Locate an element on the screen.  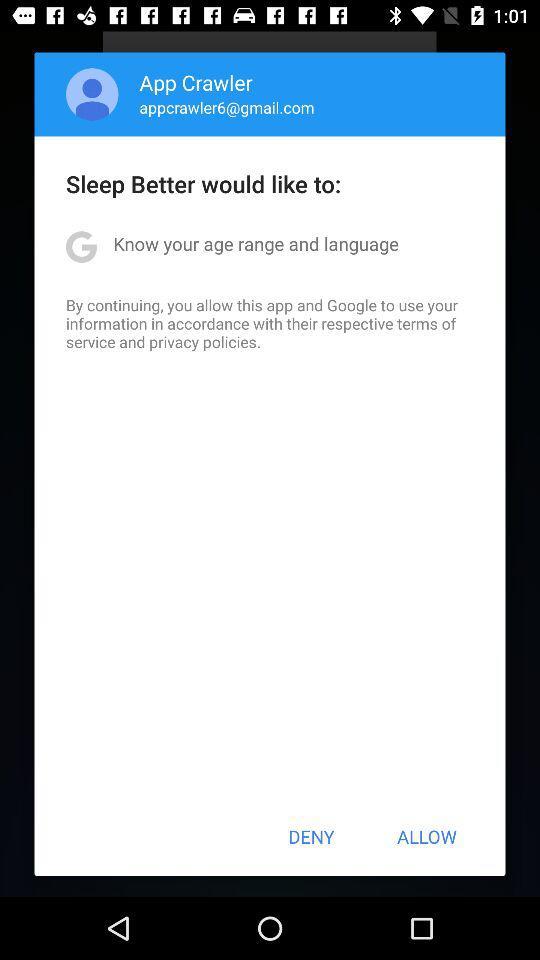
the icon below by continuing you is located at coordinates (311, 836).